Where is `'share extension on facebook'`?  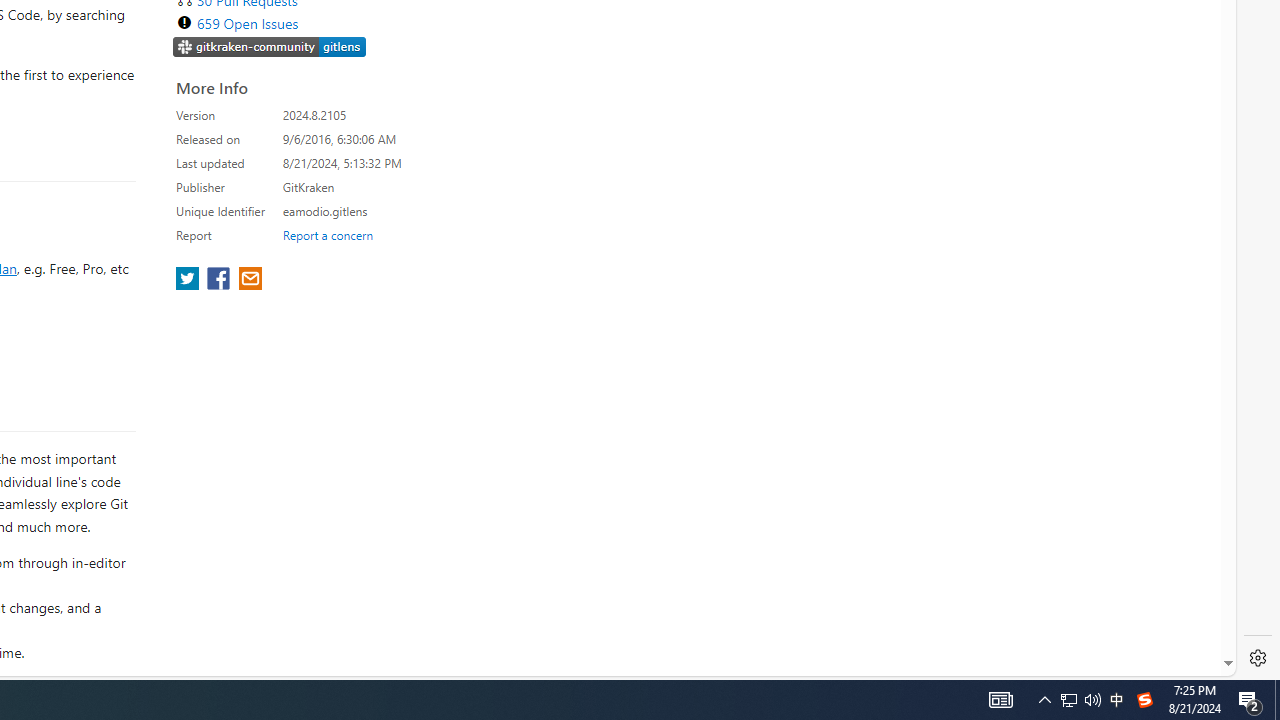 'share extension on facebook' is located at coordinates (220, 280).